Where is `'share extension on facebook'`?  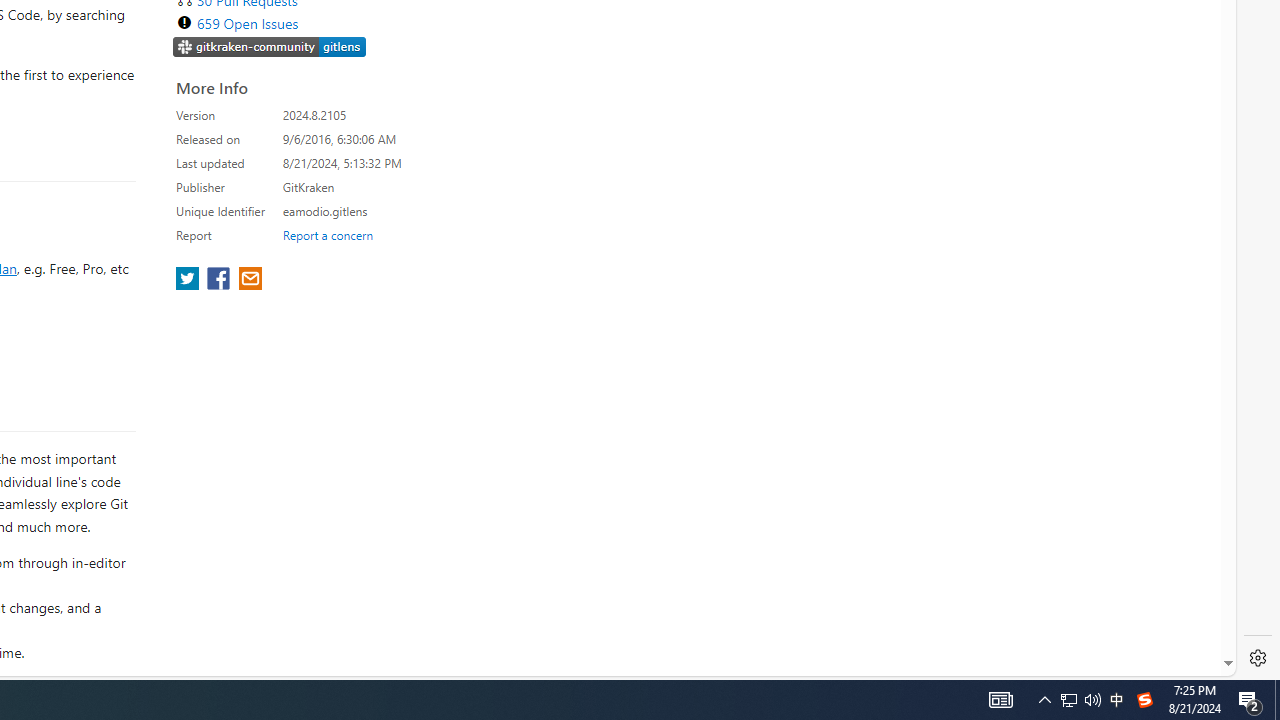 'share extension on facebook' is located at coordinates (220, 280).